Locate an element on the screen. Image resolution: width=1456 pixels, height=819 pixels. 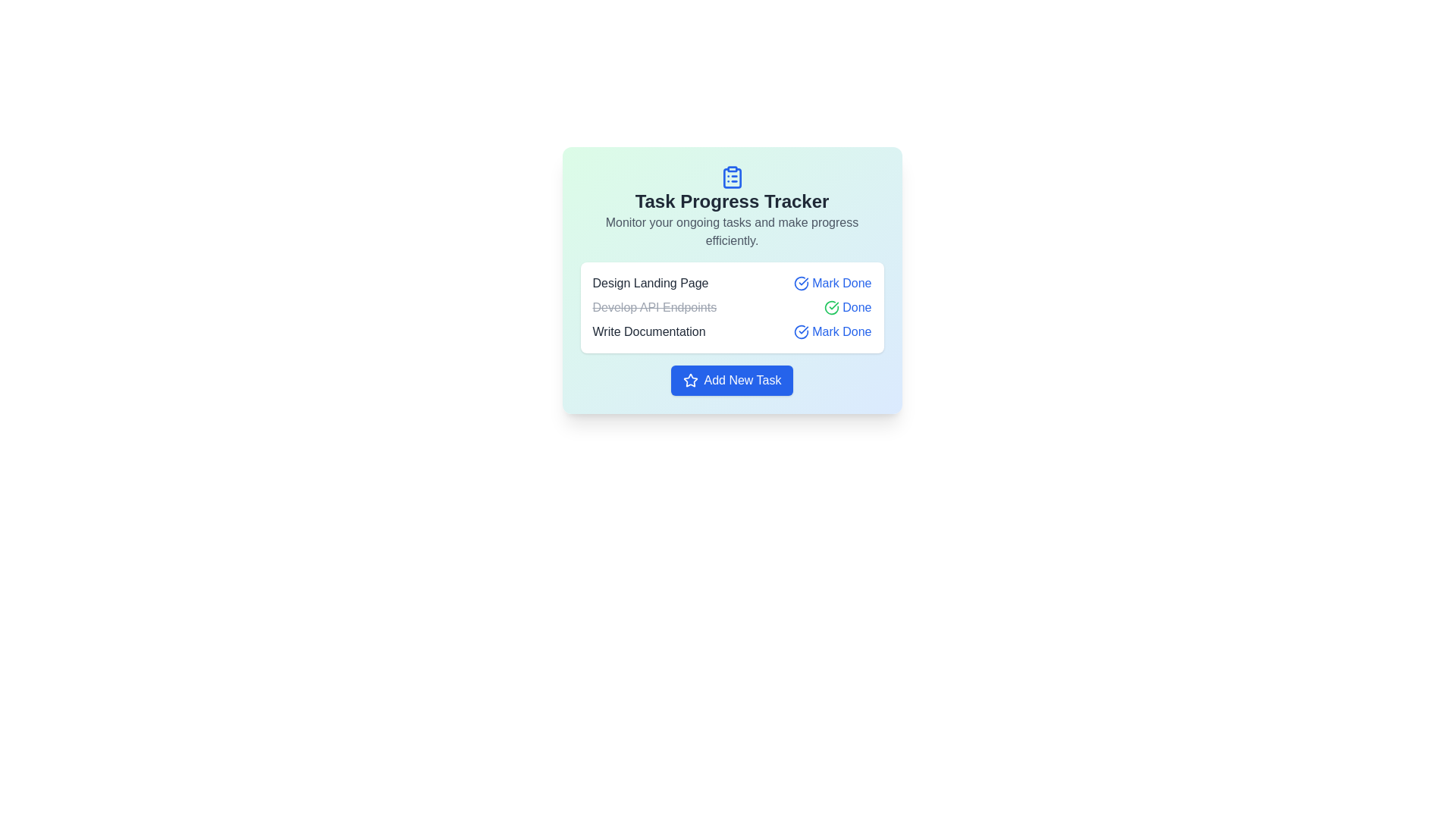
the completed task name located in the second item of the task list, which visually indicates completion with a green check icon is located at coordinates (732, 307).